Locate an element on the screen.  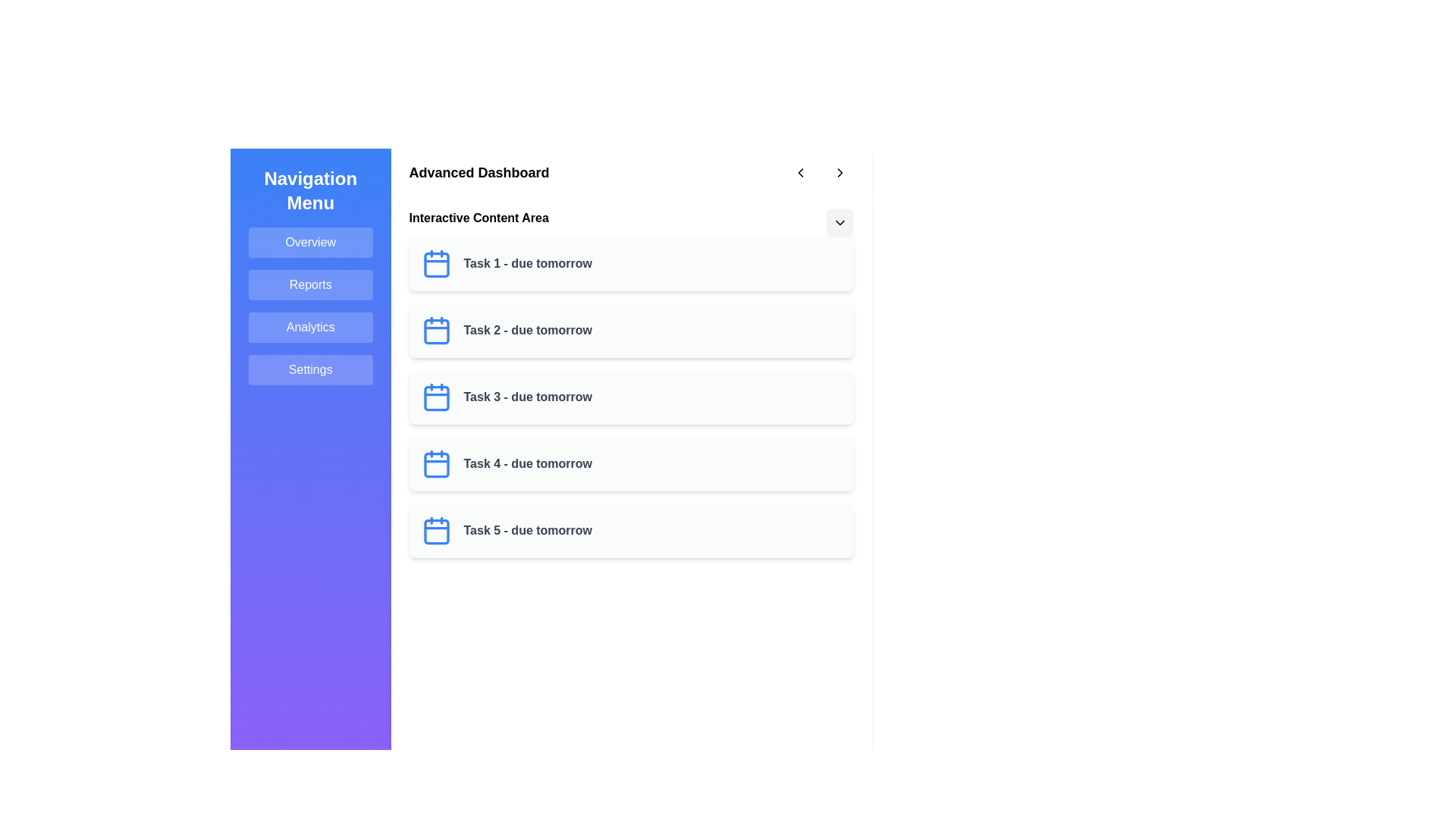
the text display element that shows task descriptions and due dates, positioned between 'Task 2 - due tomorrow' and 'Task 4 - due tomorrow' is located at coordinates (528, 397).